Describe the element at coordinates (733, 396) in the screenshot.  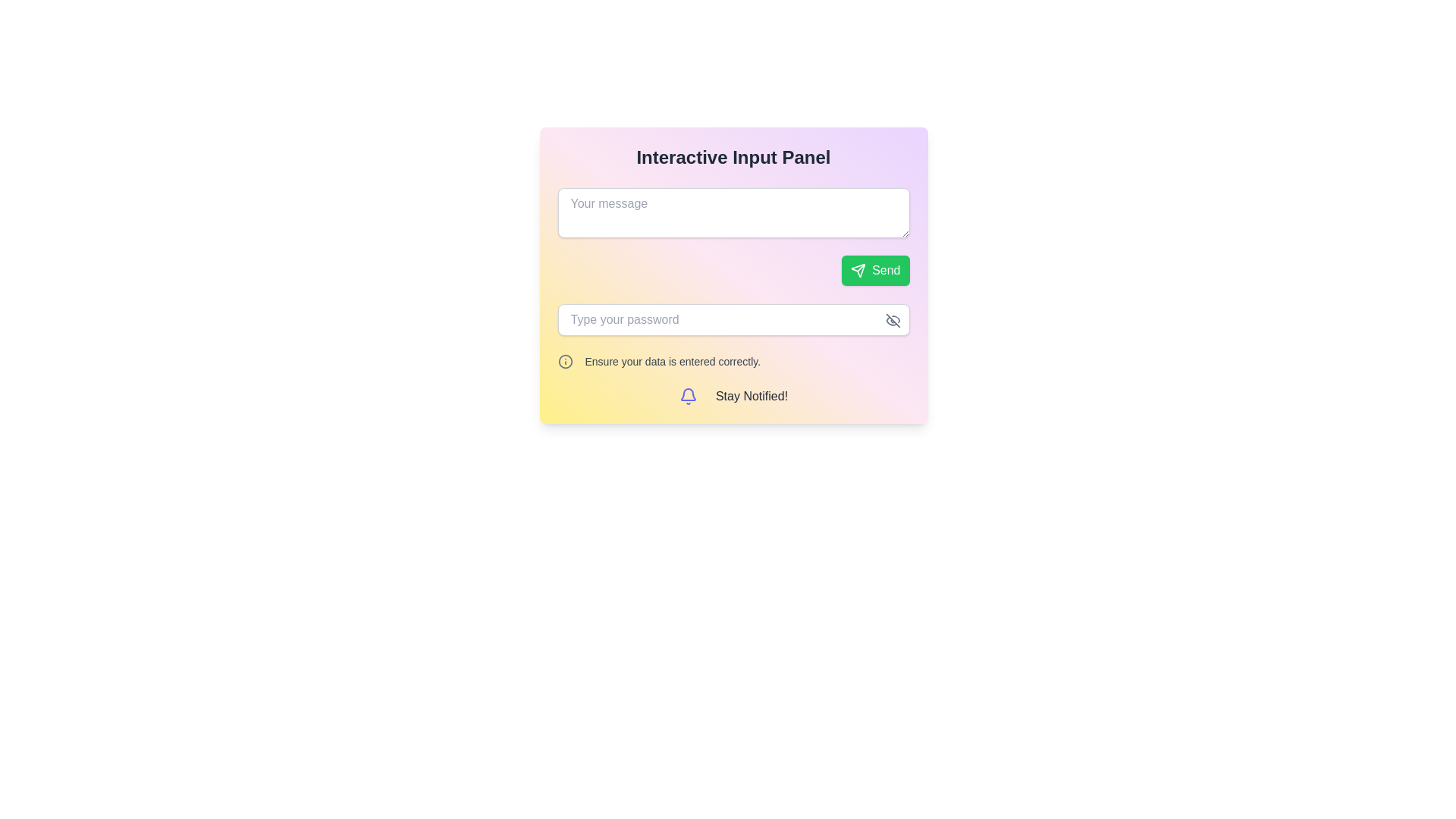
I see `the notification label located in the bottom section of the 'Interactive Input Panel', which is centered horizontally and positioned just above the lower border of the panel` at that location.